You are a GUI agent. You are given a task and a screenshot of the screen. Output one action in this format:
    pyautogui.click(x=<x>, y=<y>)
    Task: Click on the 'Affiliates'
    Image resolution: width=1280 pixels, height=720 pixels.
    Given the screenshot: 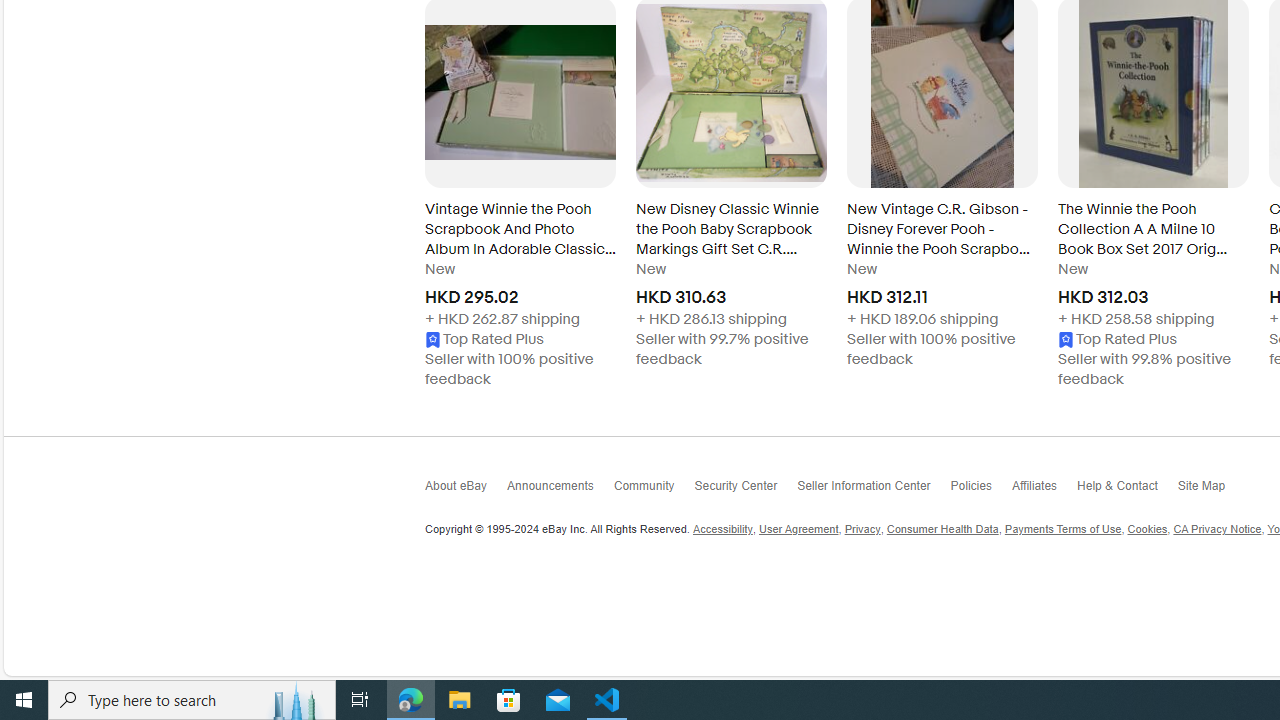 What is the action you would take?
    pyautogui.click(x=1043, y=491)
    